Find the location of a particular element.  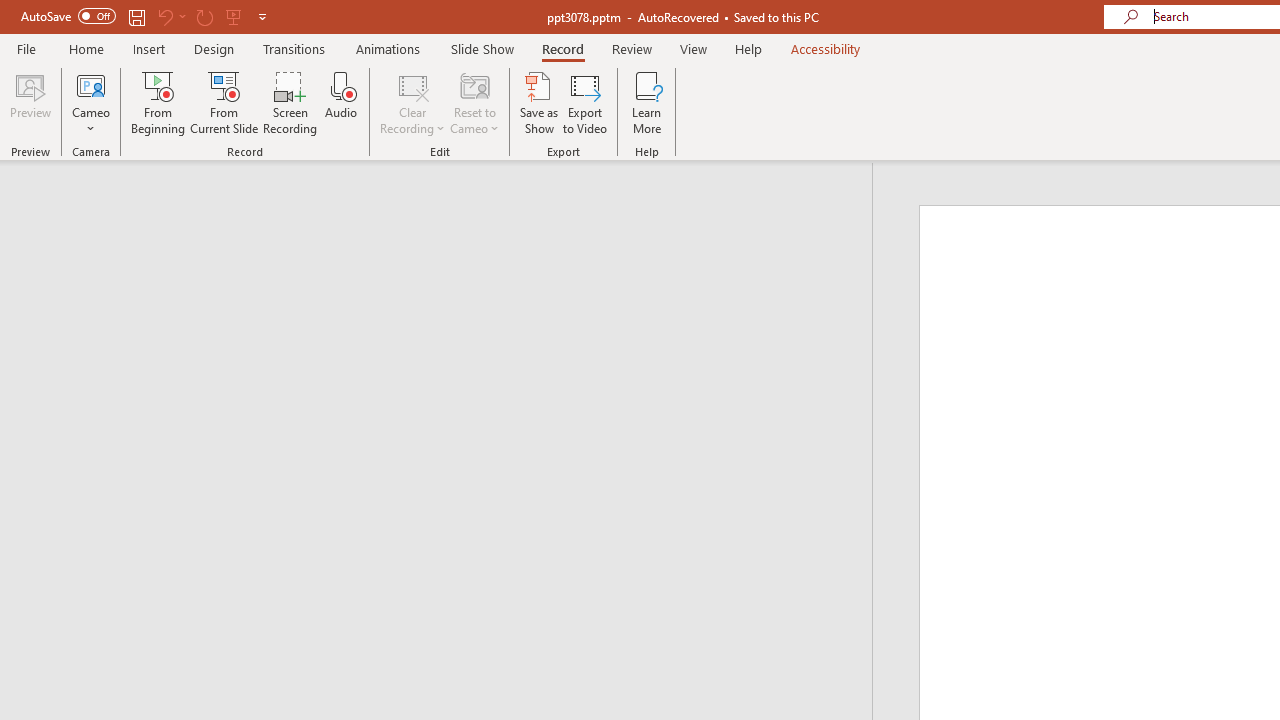

'Save as Show' is located at coordinates (539, 103).